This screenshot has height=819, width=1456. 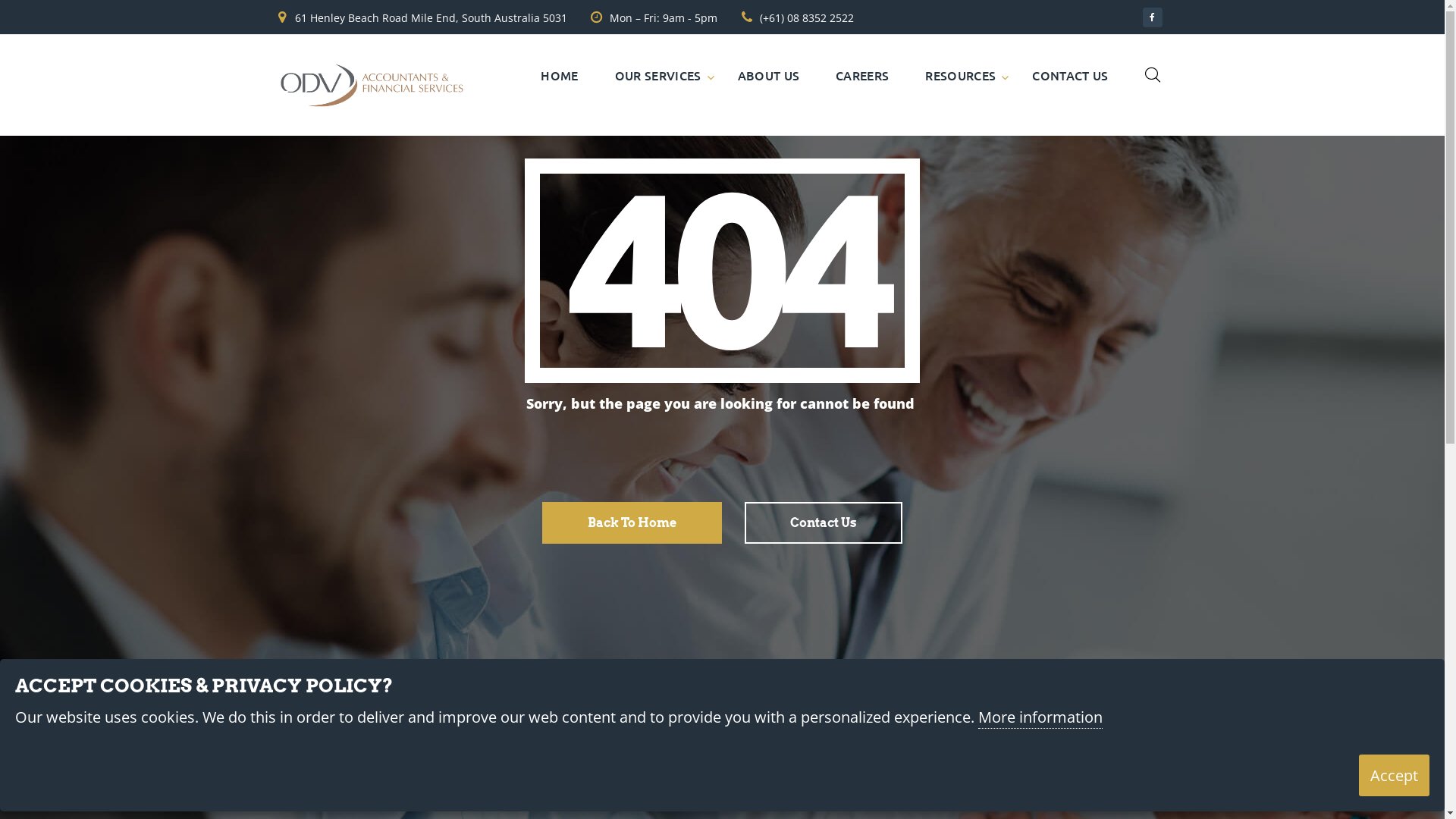 I want to click on 'More information', so click(x=1040, y=717).